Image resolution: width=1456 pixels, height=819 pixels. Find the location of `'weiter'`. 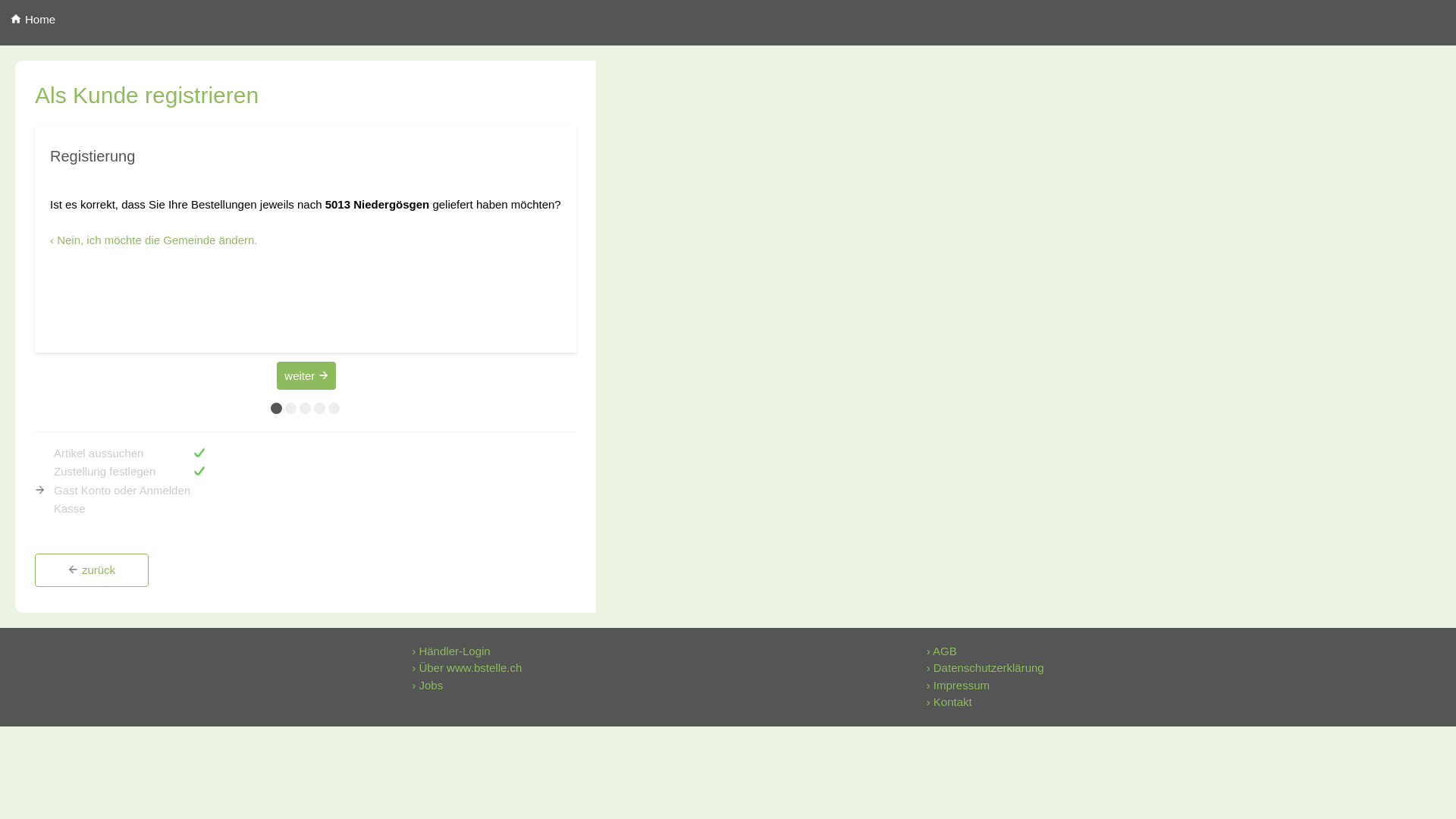

'weiter' is located at coordinates (305, 375).